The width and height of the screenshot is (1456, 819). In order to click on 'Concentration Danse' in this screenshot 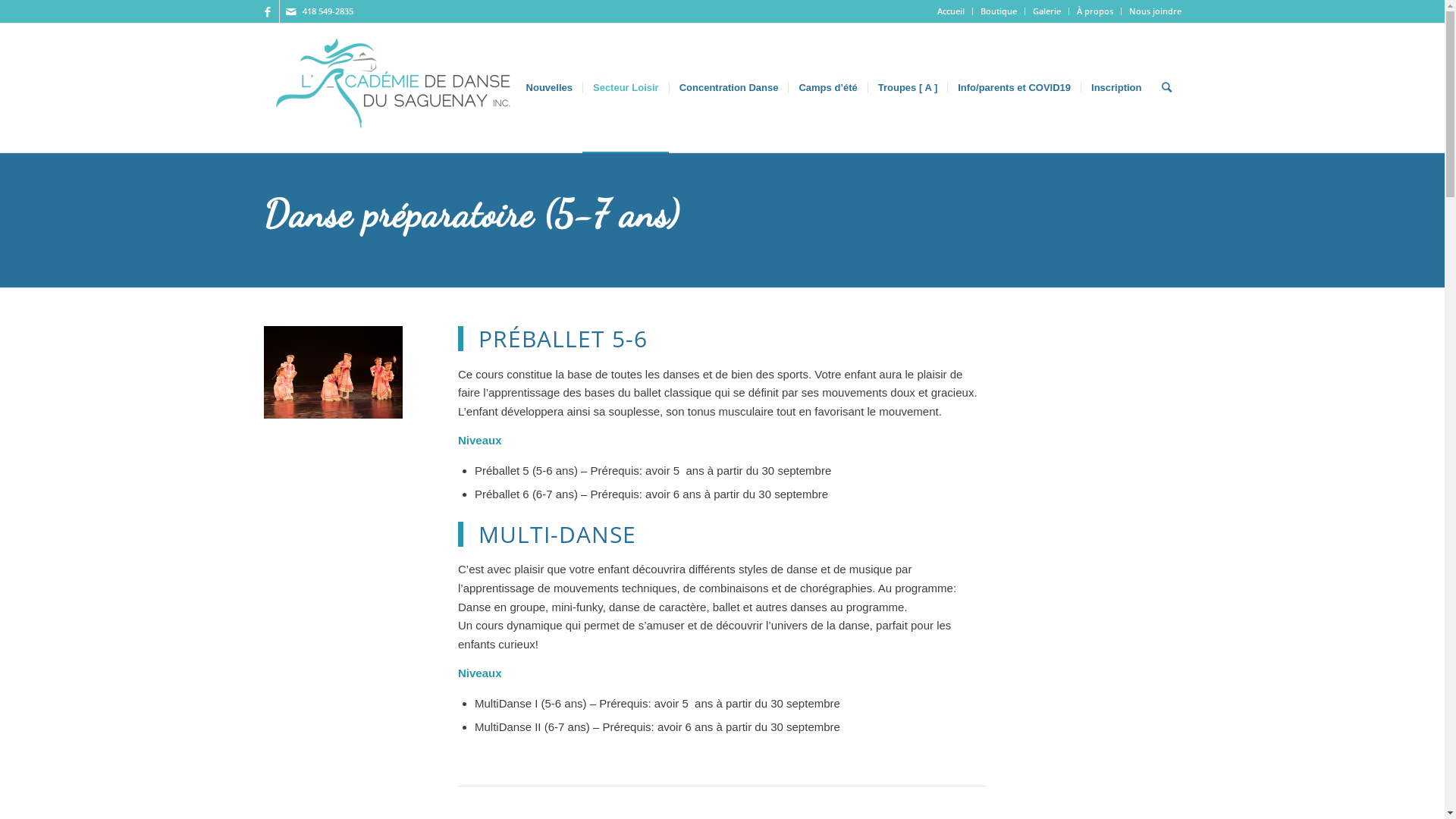, I will do `click(728, 87)`.